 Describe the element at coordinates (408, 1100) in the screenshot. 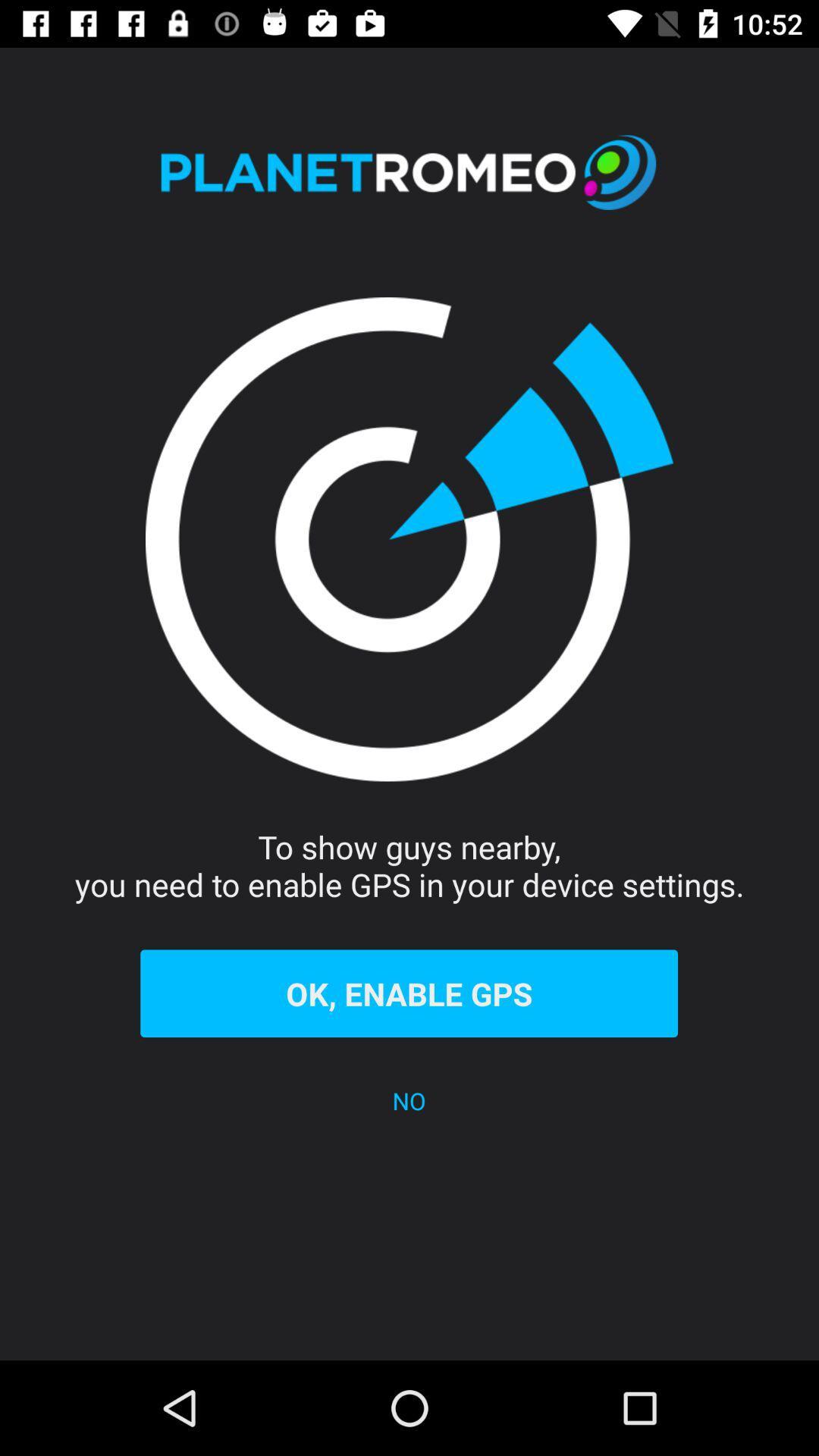

I see `no` at that location.